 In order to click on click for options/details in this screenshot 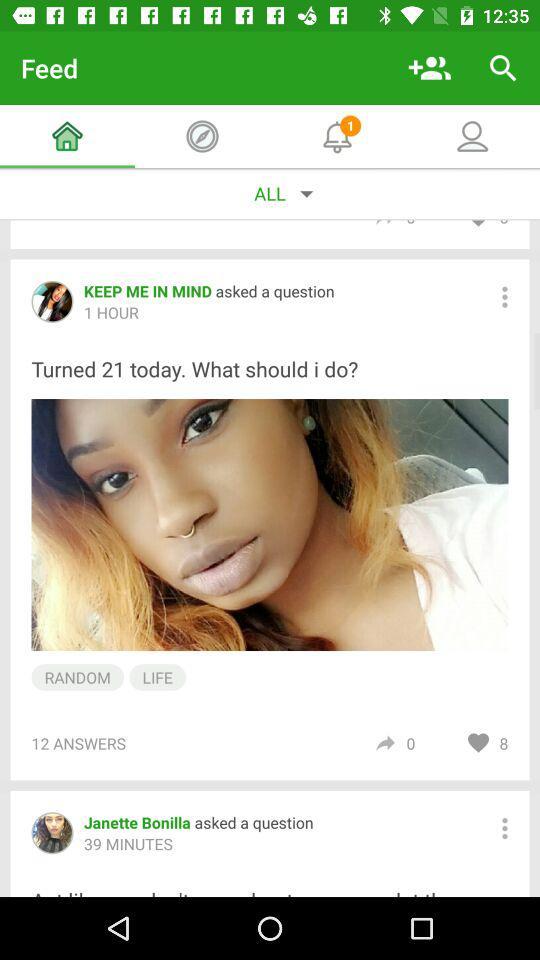, I will do `click(503, 828)`.